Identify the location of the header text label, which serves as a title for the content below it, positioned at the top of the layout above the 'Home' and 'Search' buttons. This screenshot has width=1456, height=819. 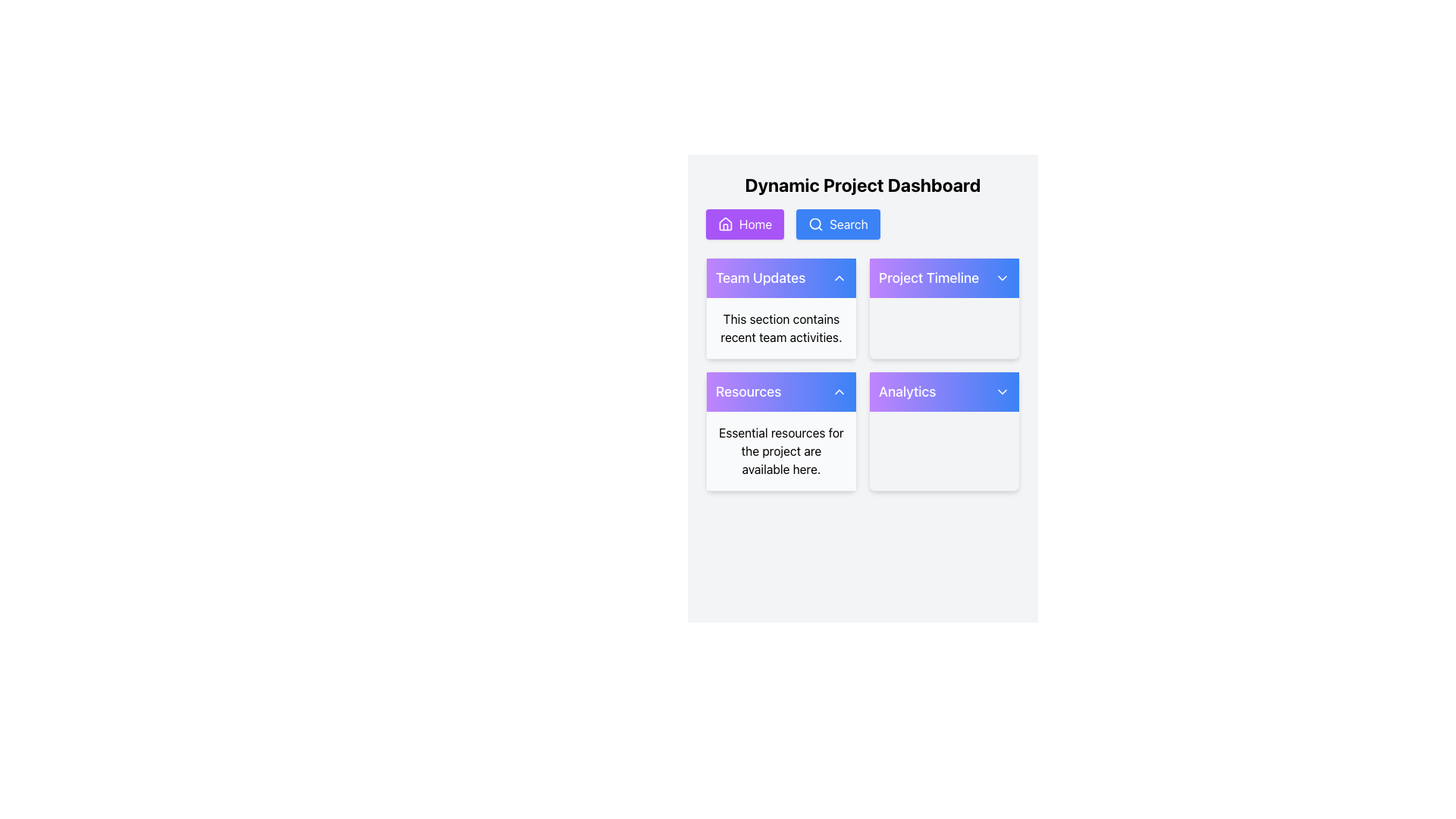
(862, 184).